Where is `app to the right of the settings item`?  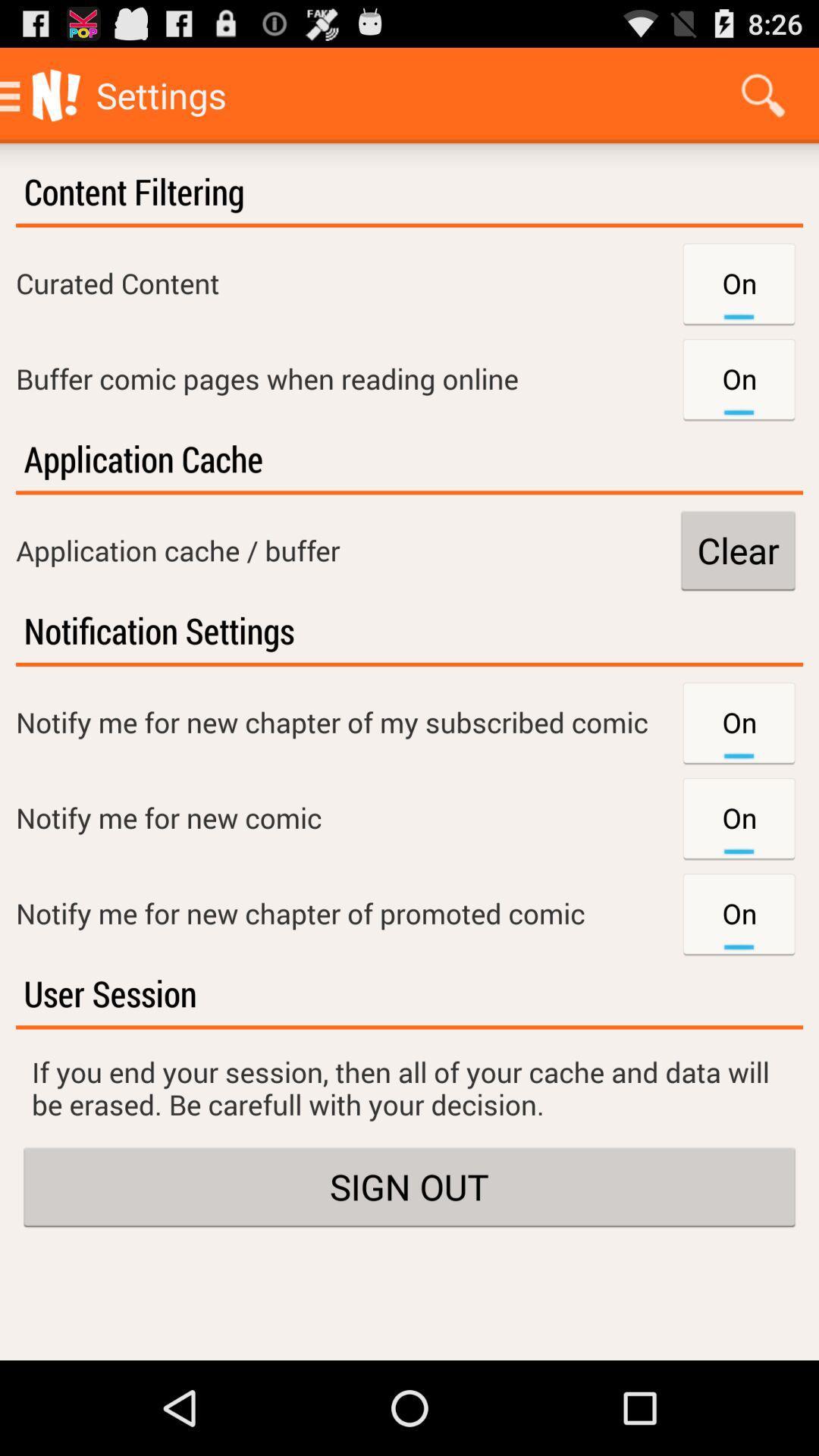
app to the right of the settings item is located at coordinates (763, 94).